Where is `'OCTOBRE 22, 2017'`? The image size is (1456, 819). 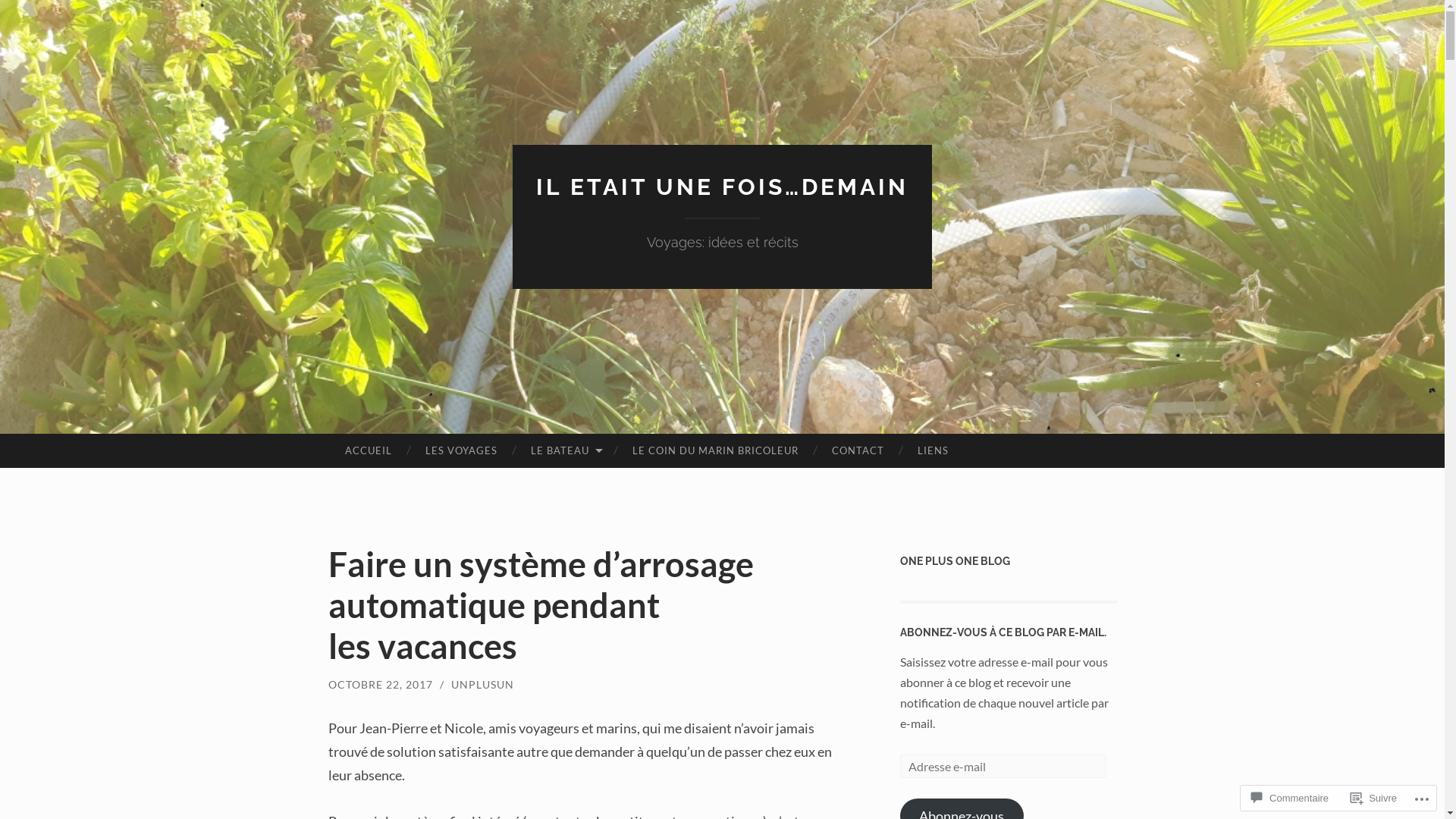 'OCTOBRE 22, 2017' is located at coordinates (327, 684).